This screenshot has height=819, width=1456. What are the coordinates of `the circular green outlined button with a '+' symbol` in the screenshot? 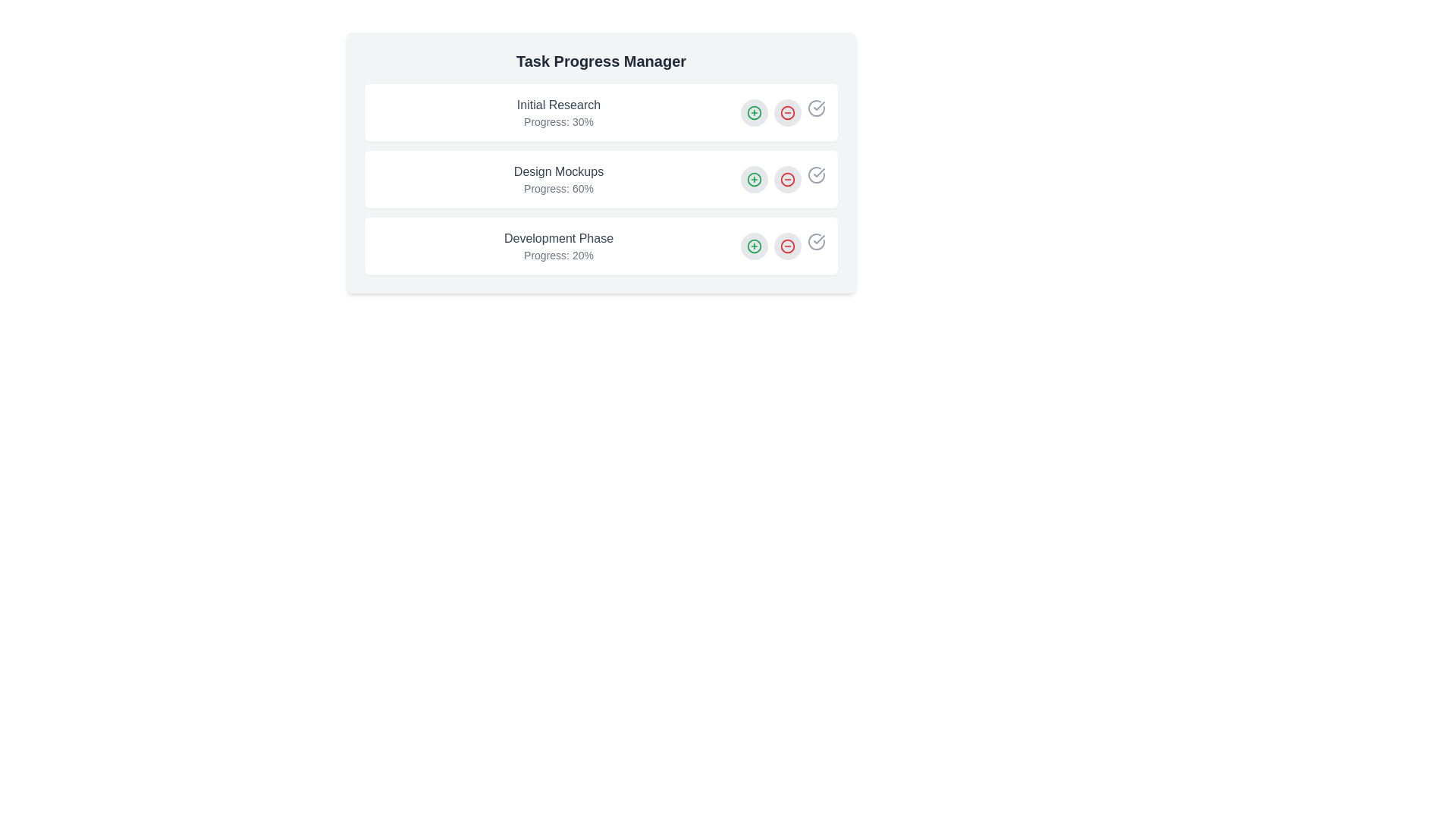 It's located at (754, 112).